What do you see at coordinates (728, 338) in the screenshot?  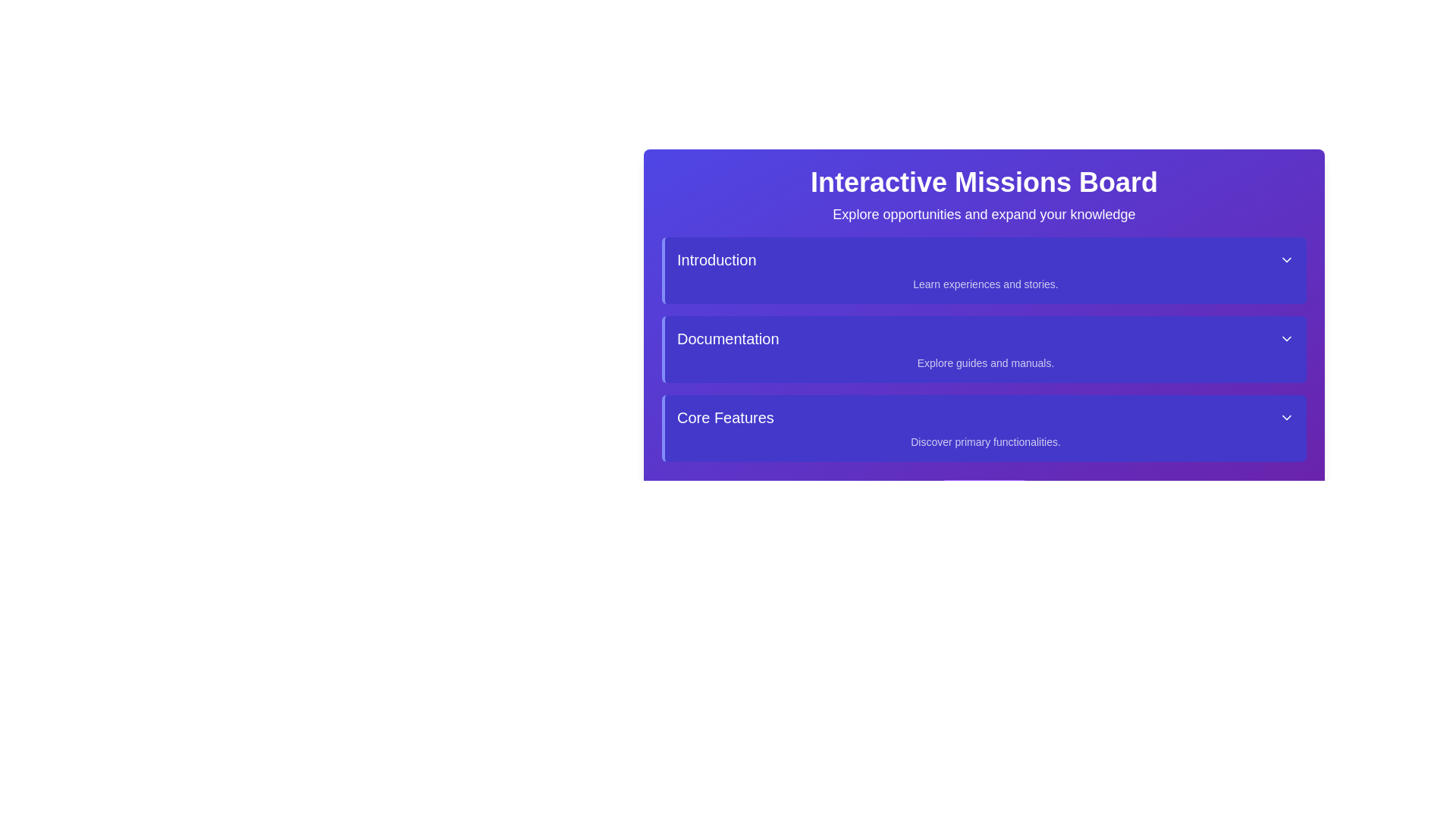 I see `the 'Documentation' text label` at bounding box center [728, 338].